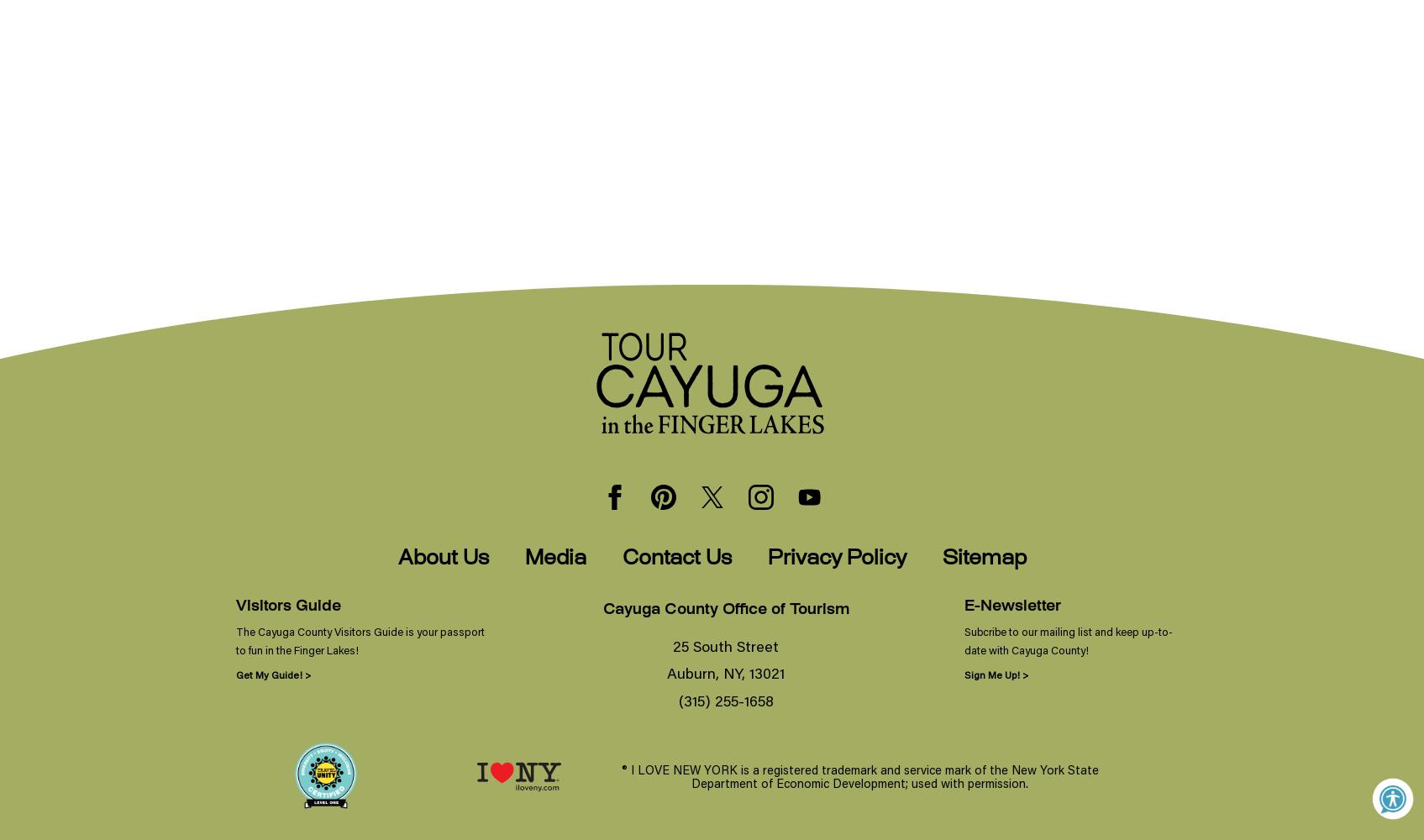 The height and width of the screenshot is (840, 1424). Describe the element at coordinates (286, 606) in the screenshot. I see `'Visitors Guide'` at that location.